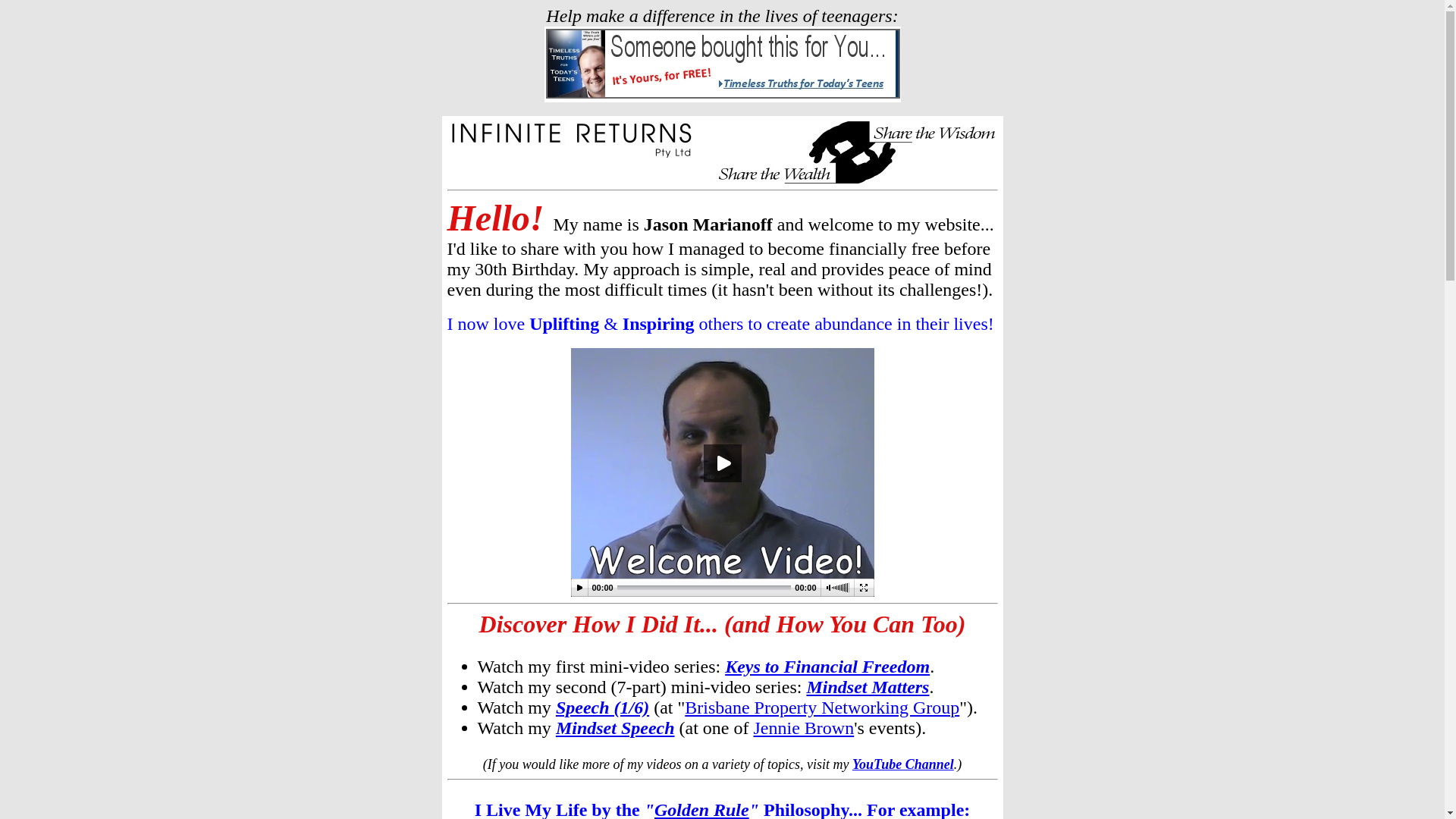 The height and width of the screenshot is (819, 1456). What do you see at coordinates (803, 727) in the screenshot?
I see `'Jennie Brown'` at bounding box center [803, 727].